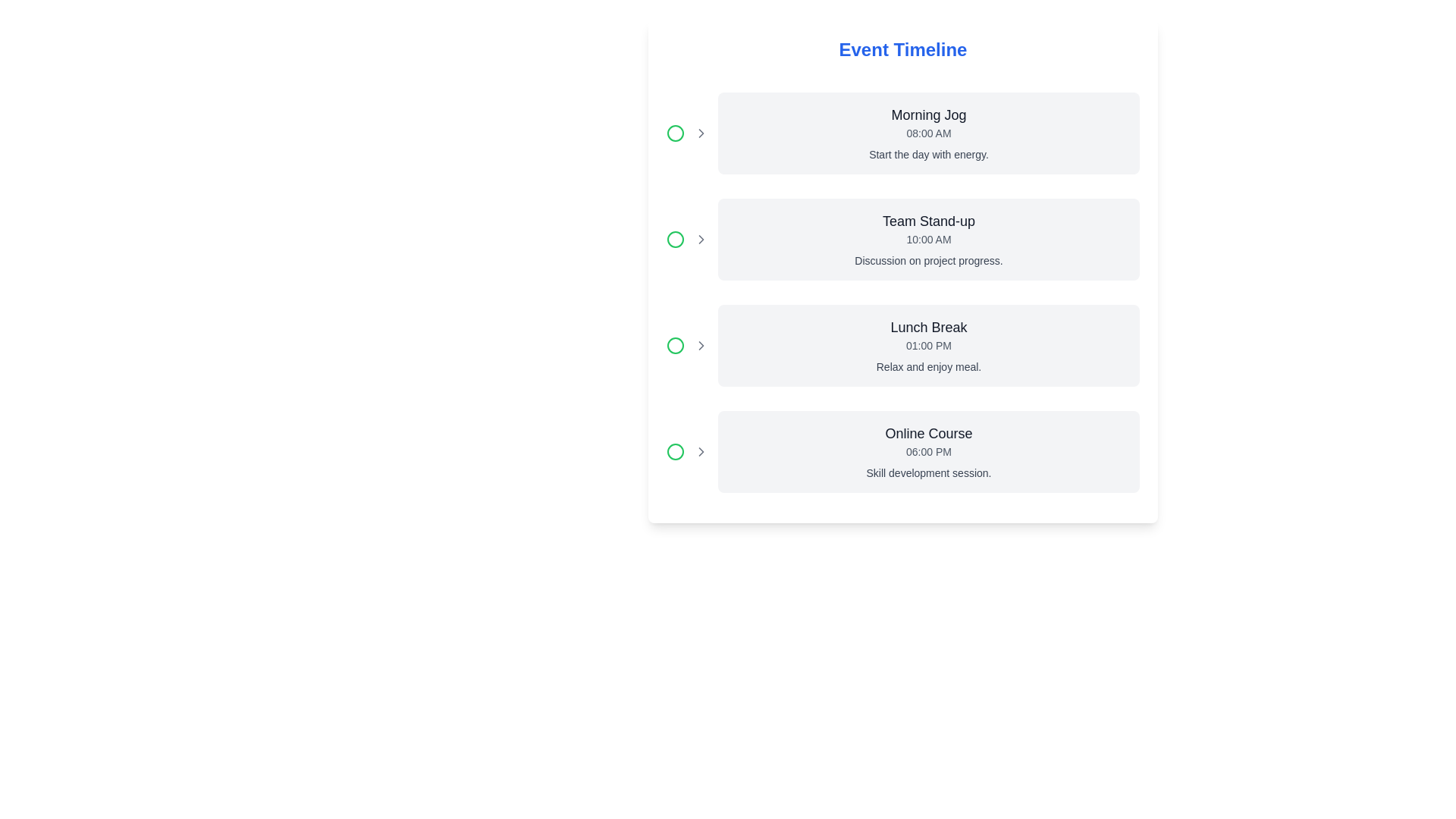 The image size is (1456, 819). What do you see at coordinates (927, 366) in the screenshot?
I see `the text label that says 'Relax and enjoy meal.'` at bounding box center [927, 366].